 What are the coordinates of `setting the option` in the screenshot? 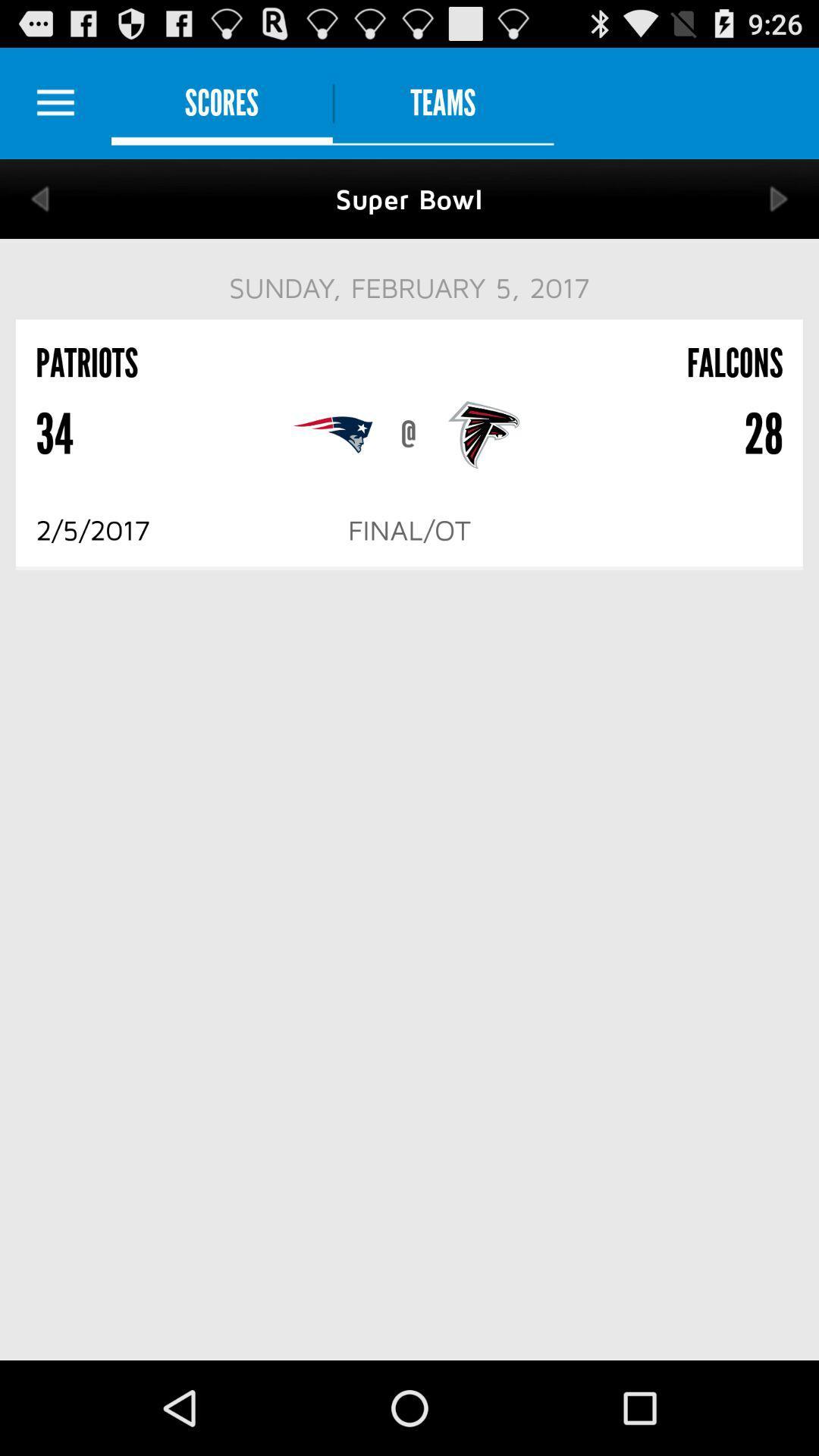 It's located at (55, 102).